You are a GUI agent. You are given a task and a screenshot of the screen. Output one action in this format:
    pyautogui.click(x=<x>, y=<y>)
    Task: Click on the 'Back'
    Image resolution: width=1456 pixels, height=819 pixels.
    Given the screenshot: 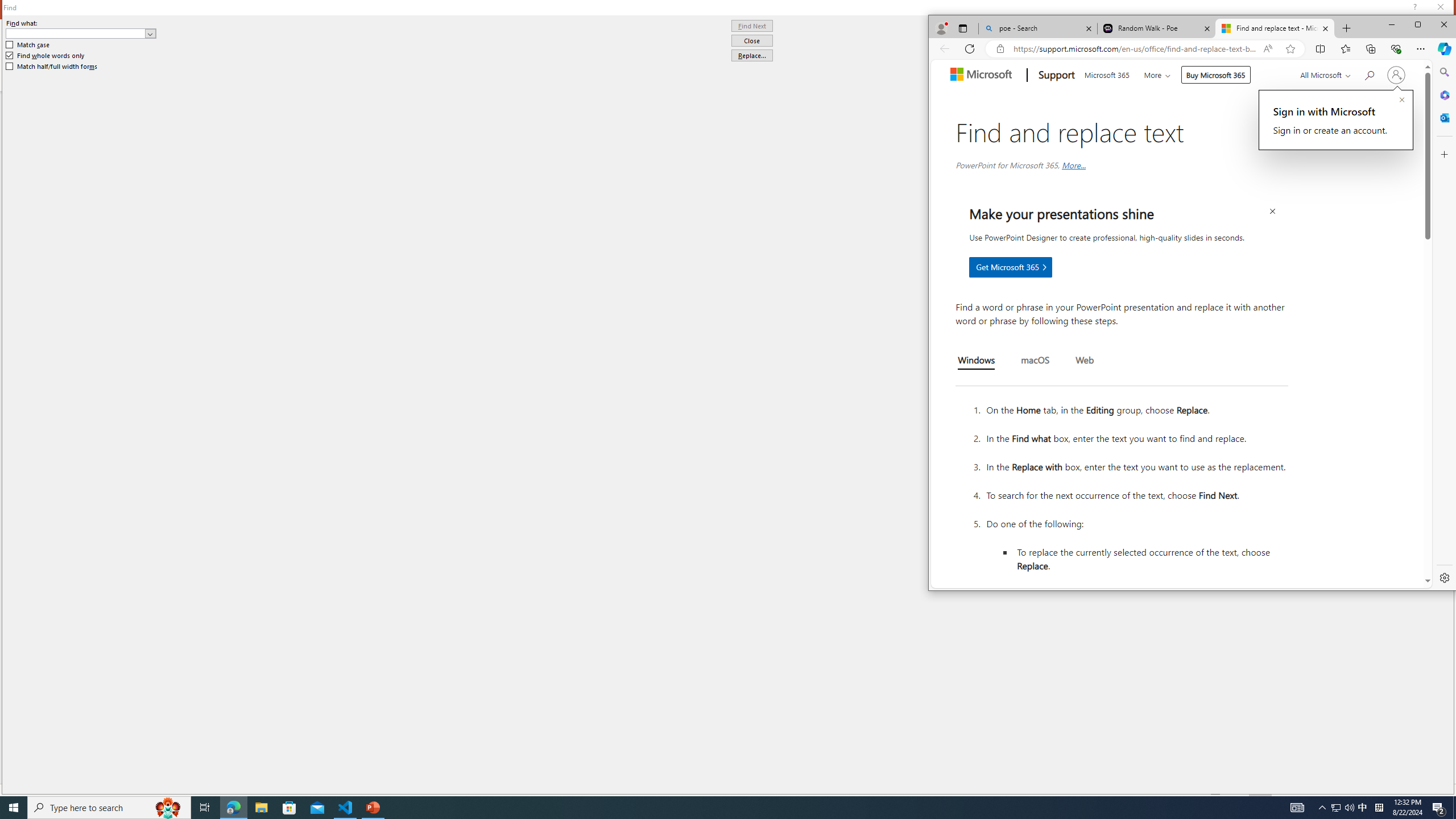 What is the action you would take?
    pyautogui.click(x=944, y=48)
    